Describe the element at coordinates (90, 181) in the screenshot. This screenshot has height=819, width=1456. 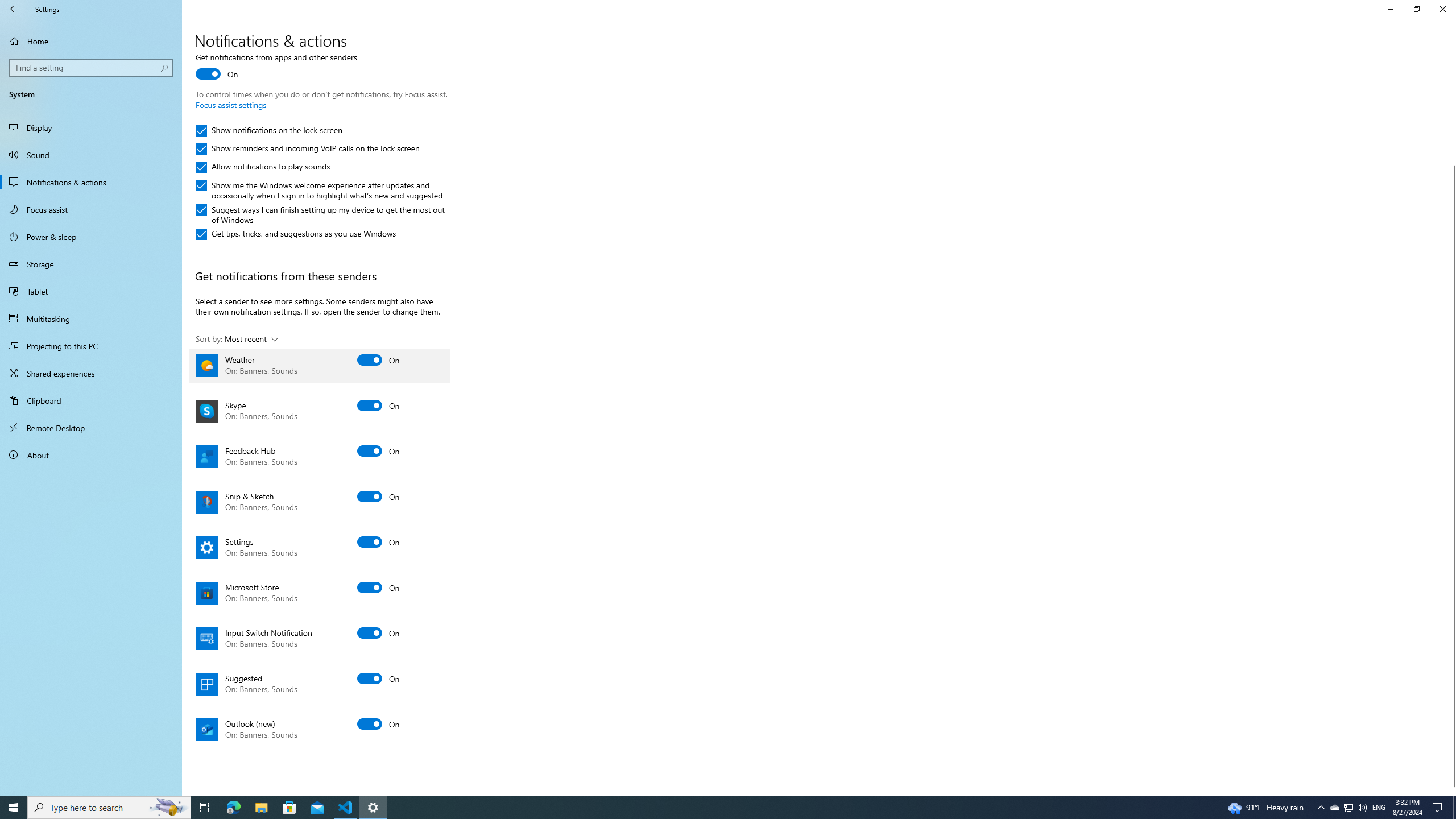
I see `'Notifications & actions'` at that location.